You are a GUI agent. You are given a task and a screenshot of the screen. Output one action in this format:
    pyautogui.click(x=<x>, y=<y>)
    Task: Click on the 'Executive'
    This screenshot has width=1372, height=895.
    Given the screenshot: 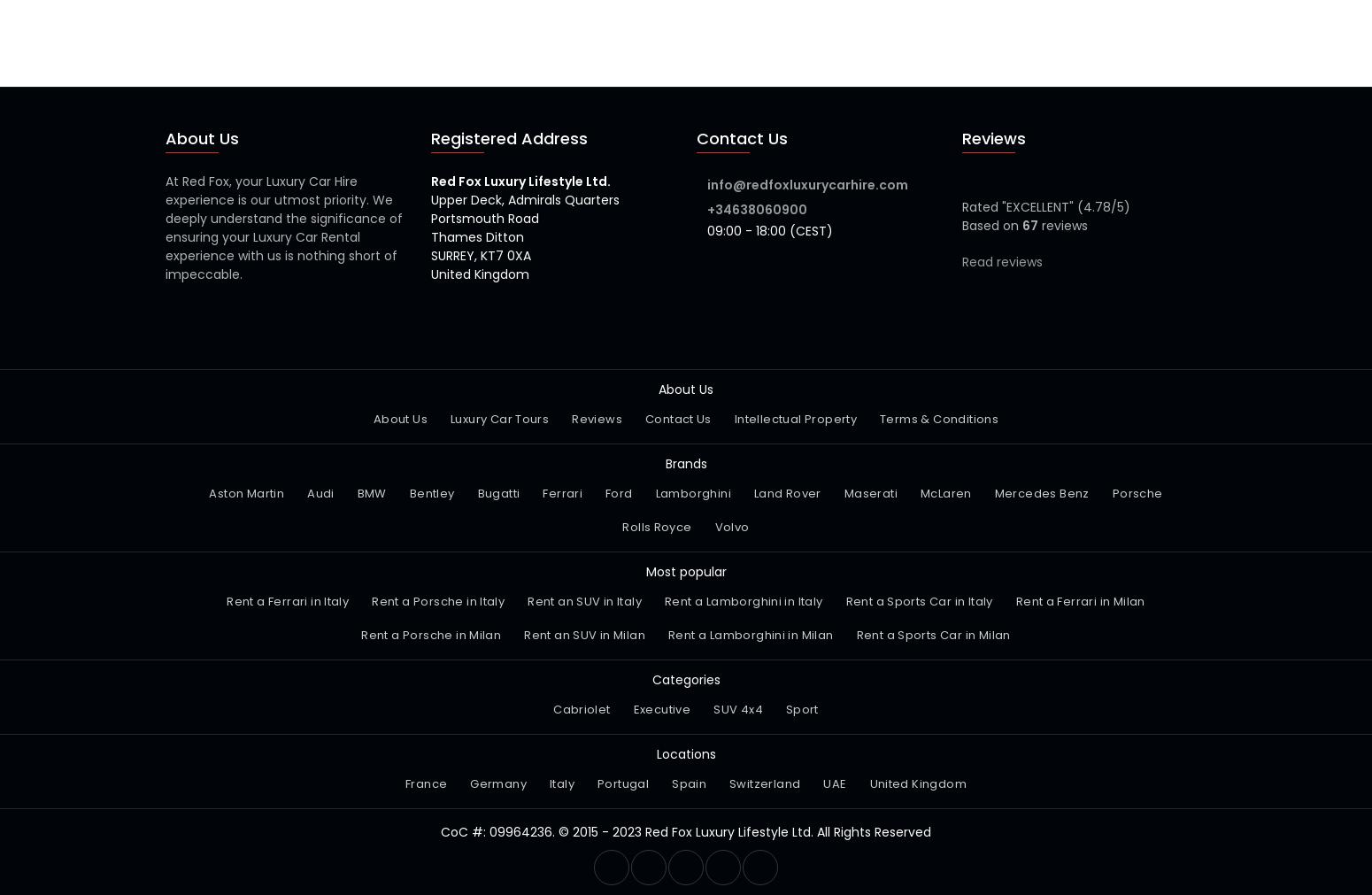 What is the action you would take?
    pyautogui.click(x=661, y=708)
    